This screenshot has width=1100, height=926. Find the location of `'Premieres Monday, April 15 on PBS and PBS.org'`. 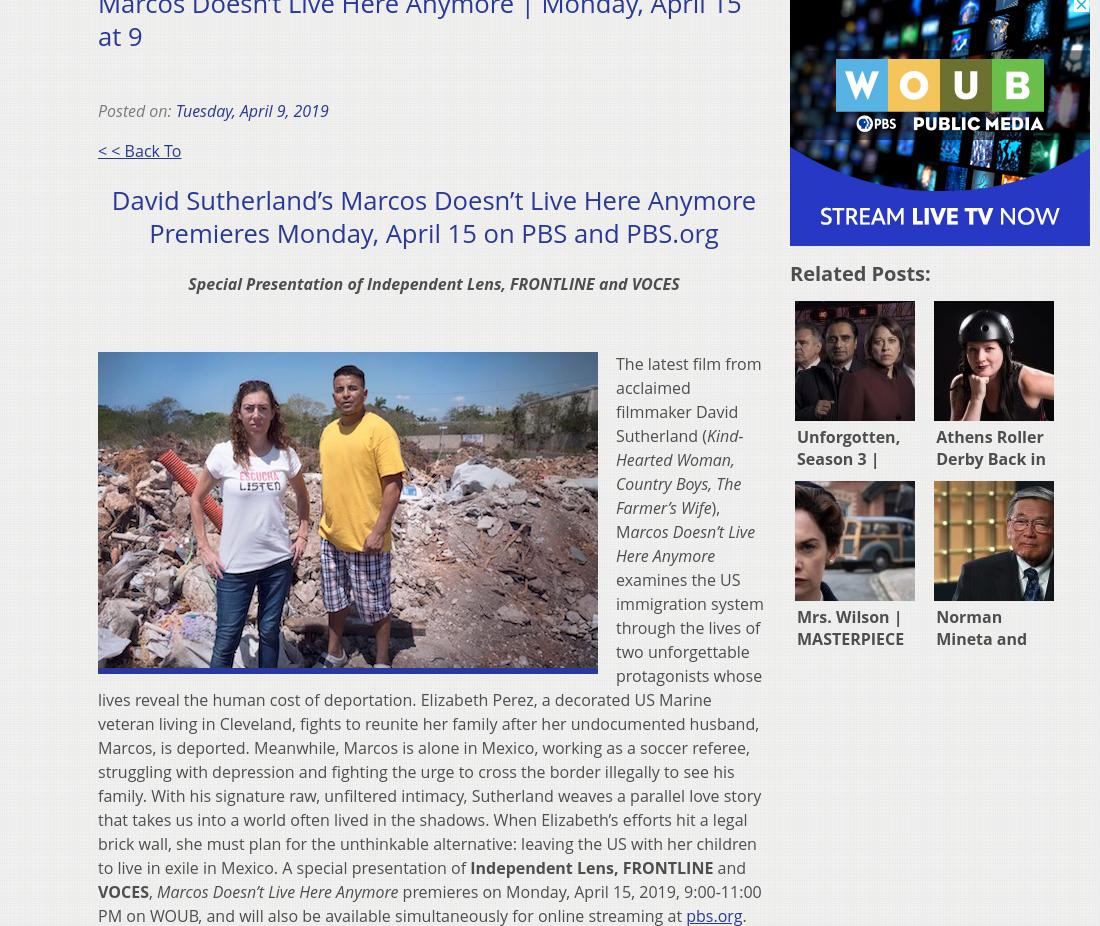

'Premieres Monday, April 15 on PBS and PBS.org' is located at coordinates (148, 233).